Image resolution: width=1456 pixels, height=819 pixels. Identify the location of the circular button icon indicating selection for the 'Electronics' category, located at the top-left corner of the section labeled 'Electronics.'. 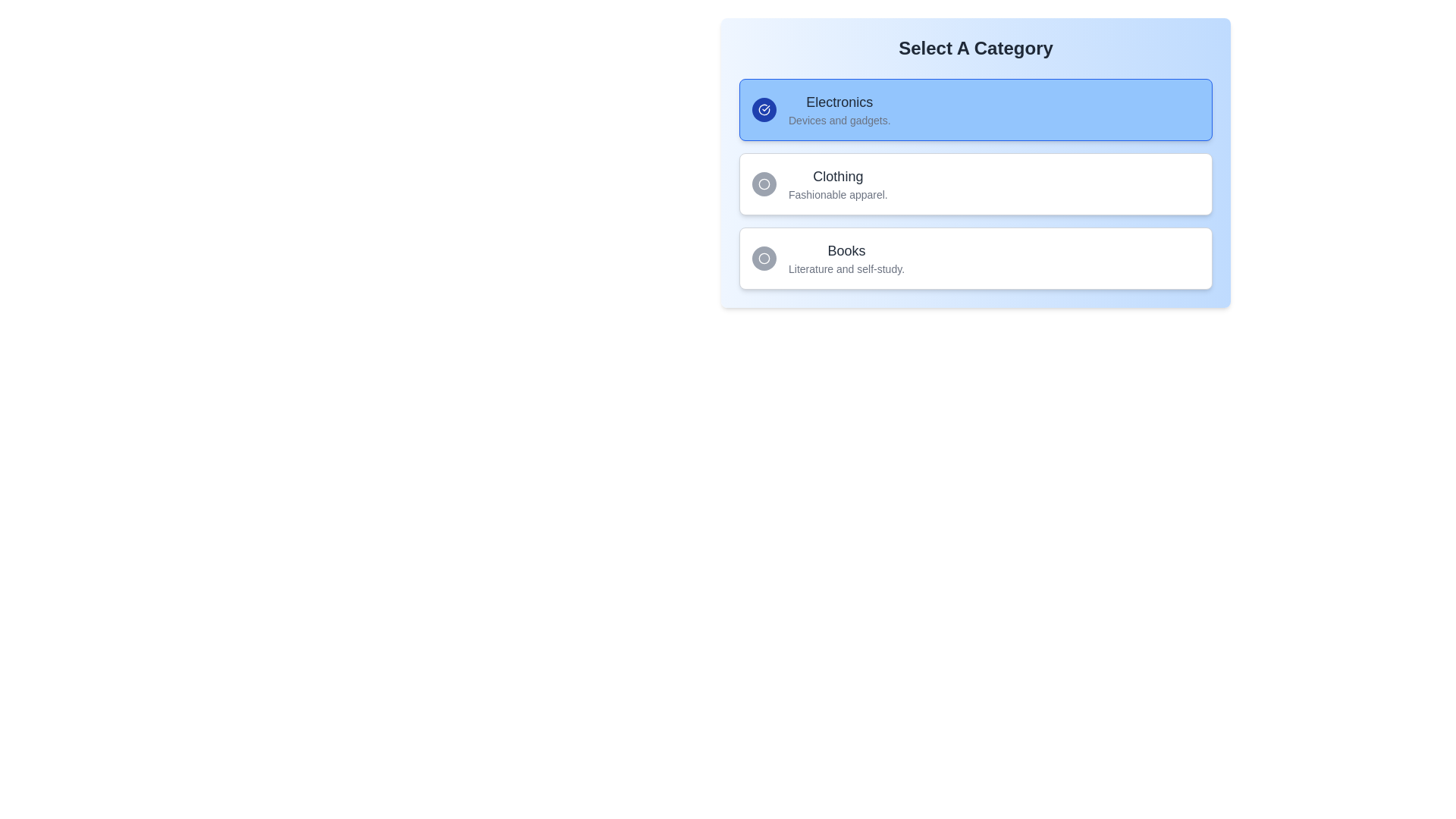
(764, 109).